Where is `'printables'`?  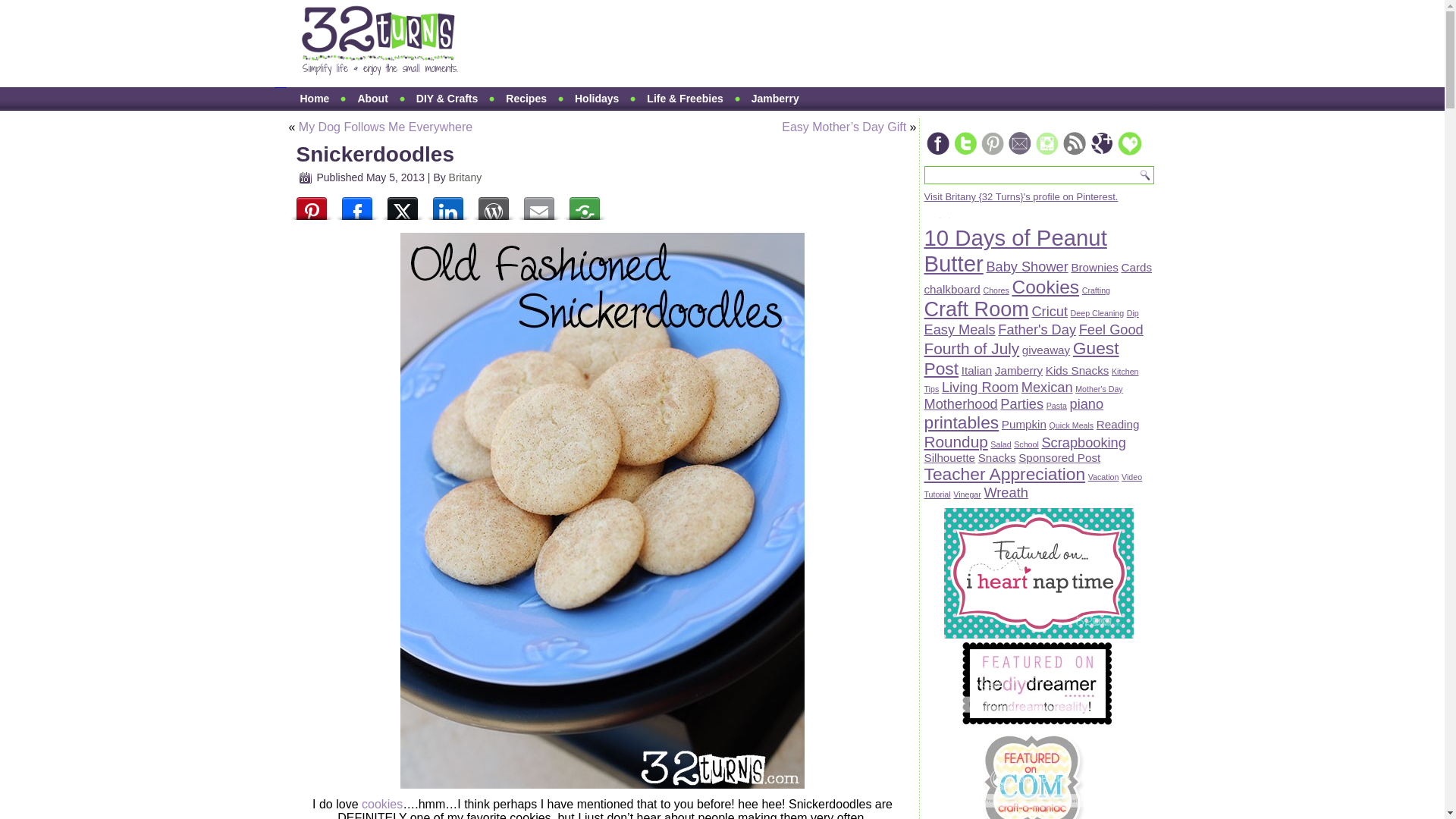 'printables' is located at coordinates (923, 422).